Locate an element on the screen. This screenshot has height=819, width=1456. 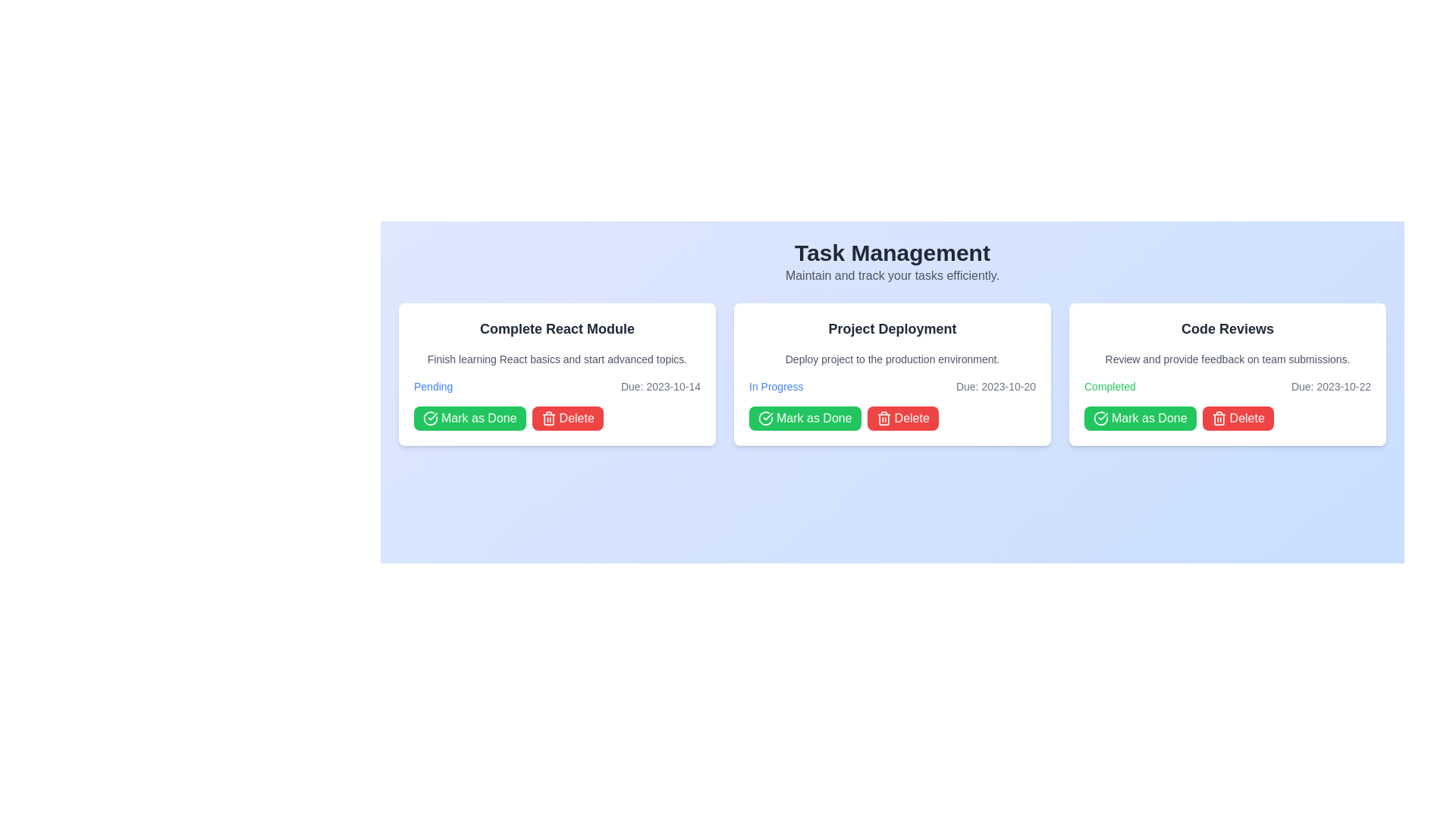
the red trash bin icon within the 'Delete' button of the 'Complete React Module' task card is located at coordinates (548, 418).